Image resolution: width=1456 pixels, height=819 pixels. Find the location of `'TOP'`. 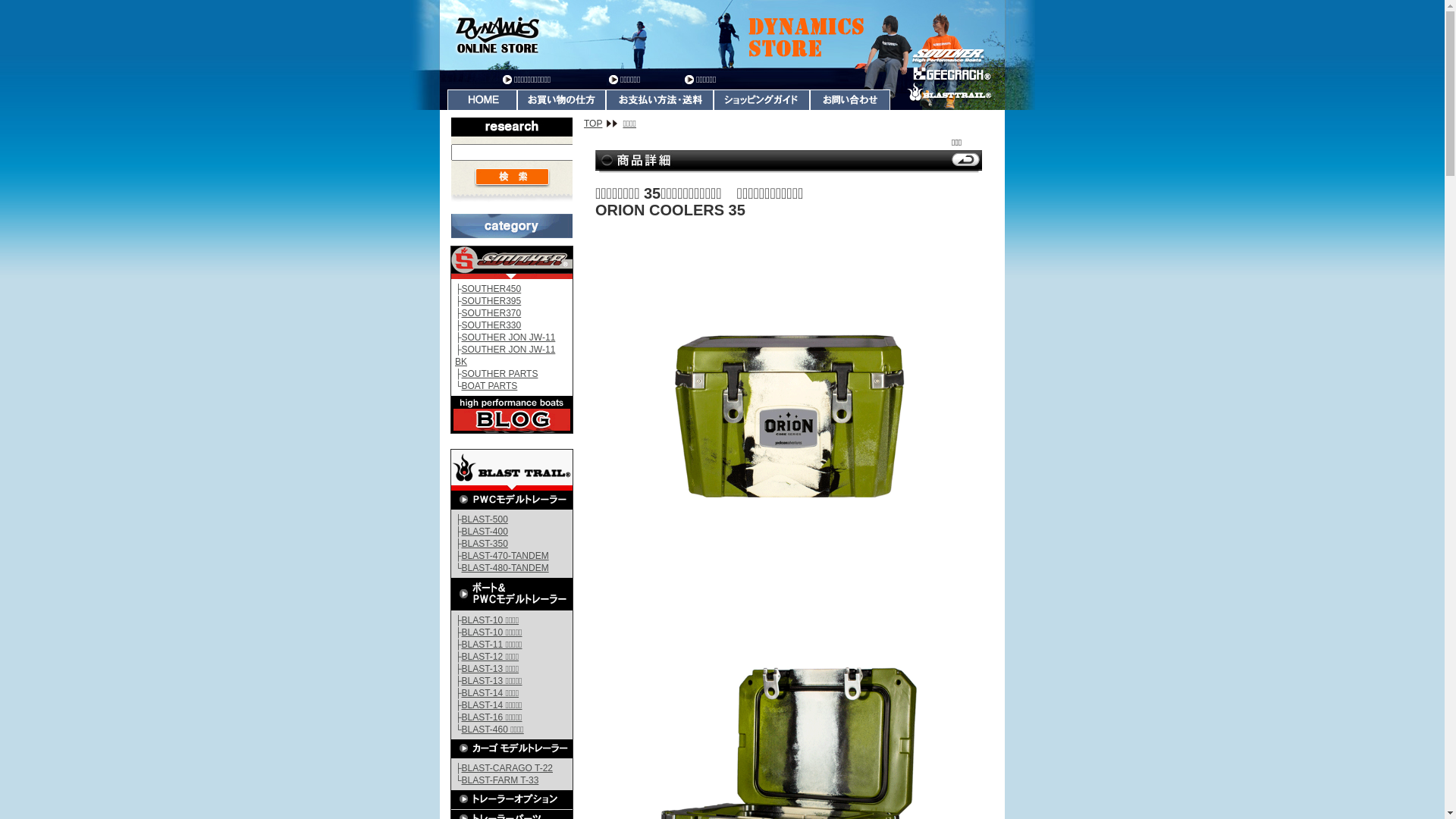

'TOP' is located at coordinates (600, 122).